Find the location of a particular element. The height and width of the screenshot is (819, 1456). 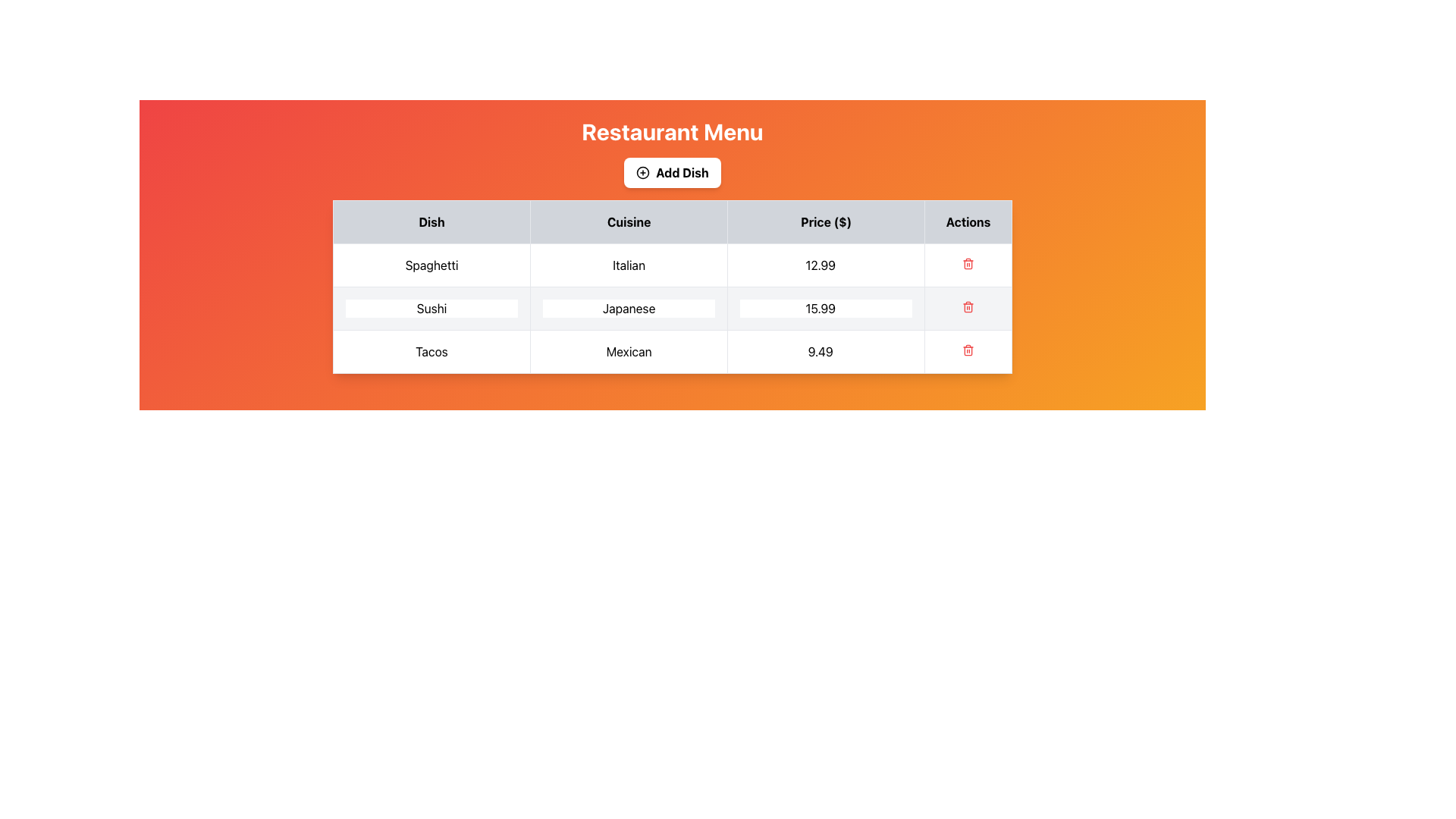

the table cell containing the text 'Spaghetti' is located at coordinates (431, 265).